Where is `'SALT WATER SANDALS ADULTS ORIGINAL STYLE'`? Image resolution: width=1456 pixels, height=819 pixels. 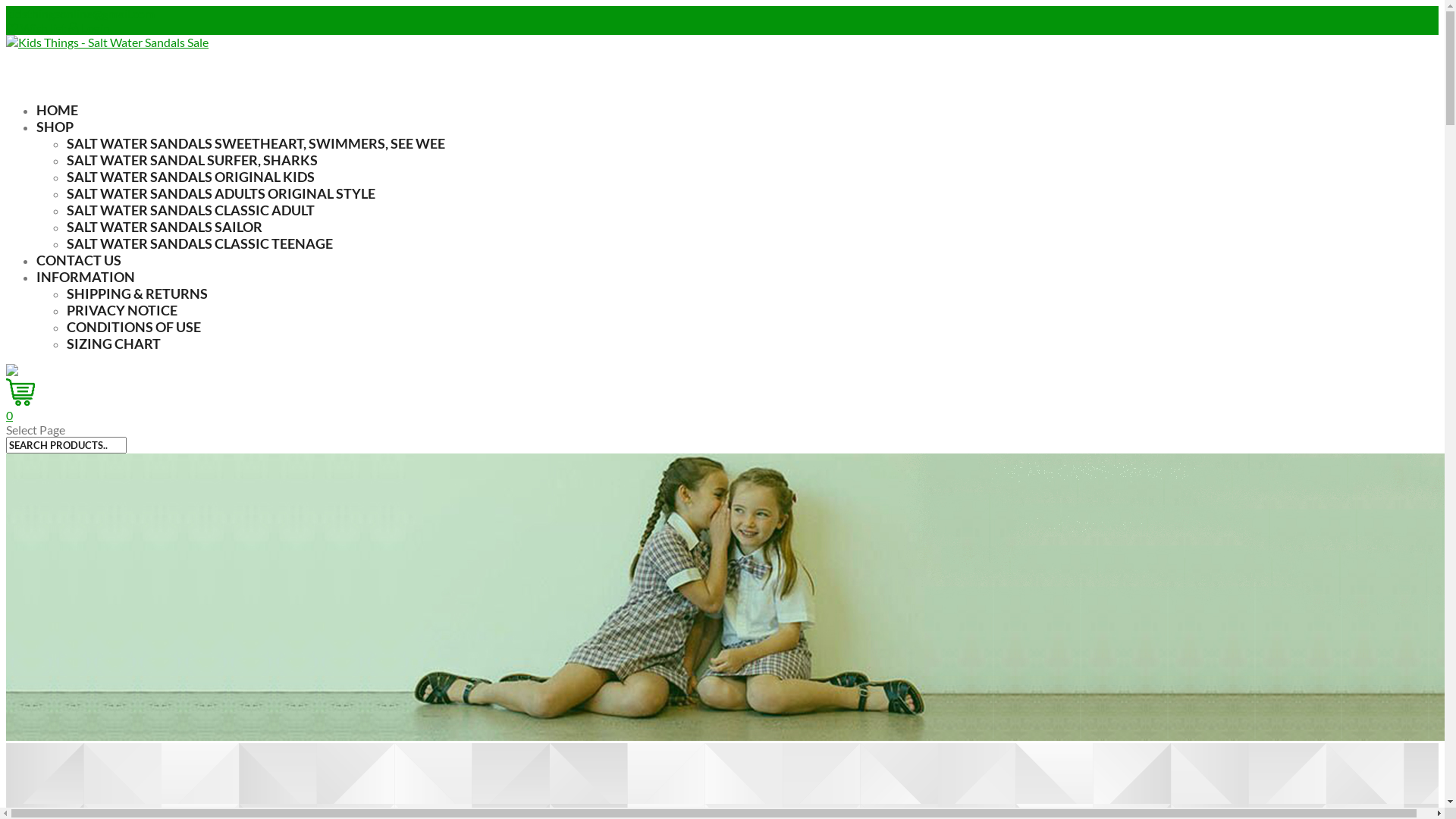
'SALT WATER SANDALS ADULTS ORIGINAL STYLE' is located at coordinates (220, 192).